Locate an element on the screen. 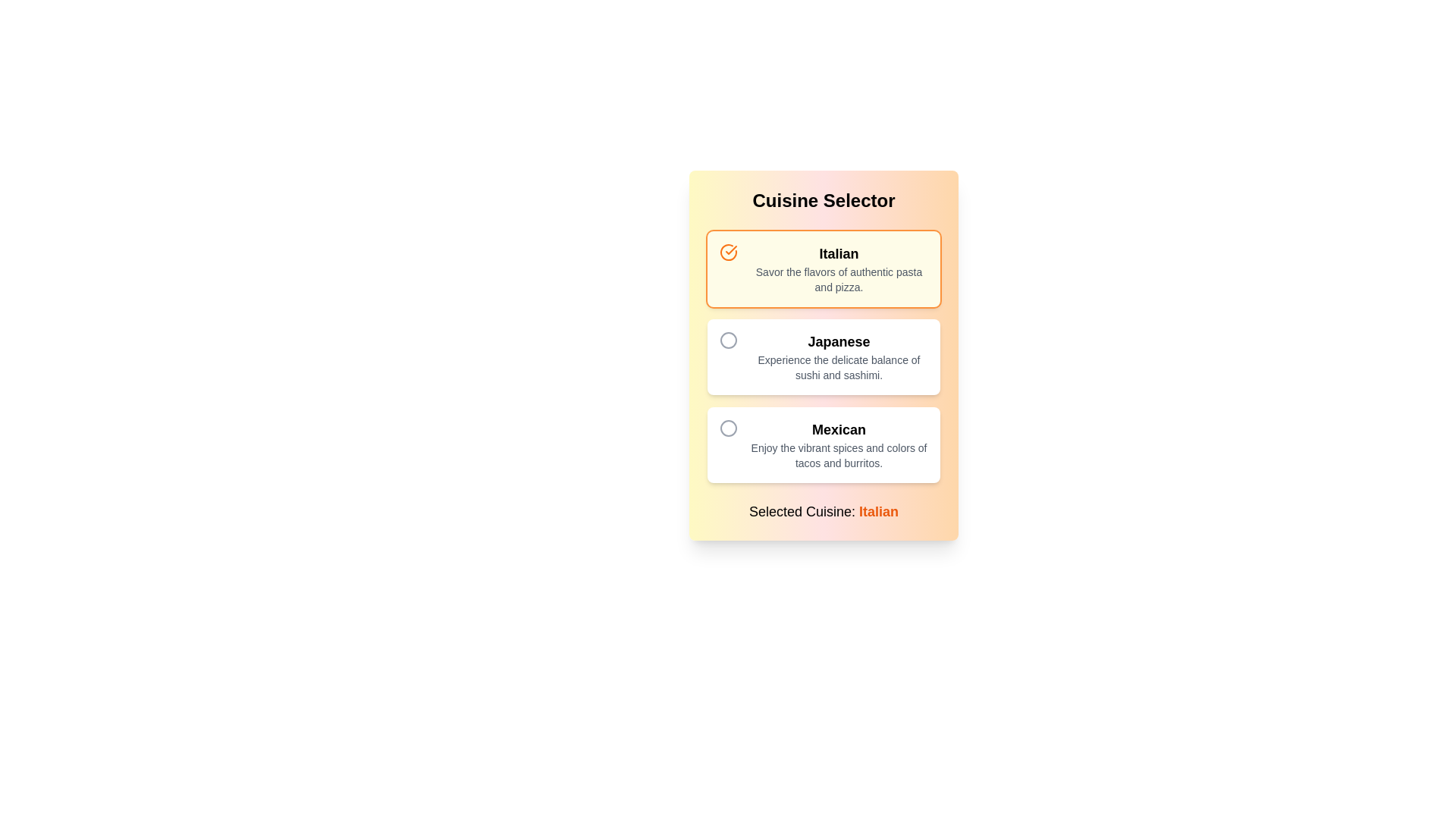 The width and height of the screenshot is (1456, 819). descriptive text label providing information about the 'Japanese' cuisine option, located directly below the bold title 'Japanese' is located at coordinates (838, 368).